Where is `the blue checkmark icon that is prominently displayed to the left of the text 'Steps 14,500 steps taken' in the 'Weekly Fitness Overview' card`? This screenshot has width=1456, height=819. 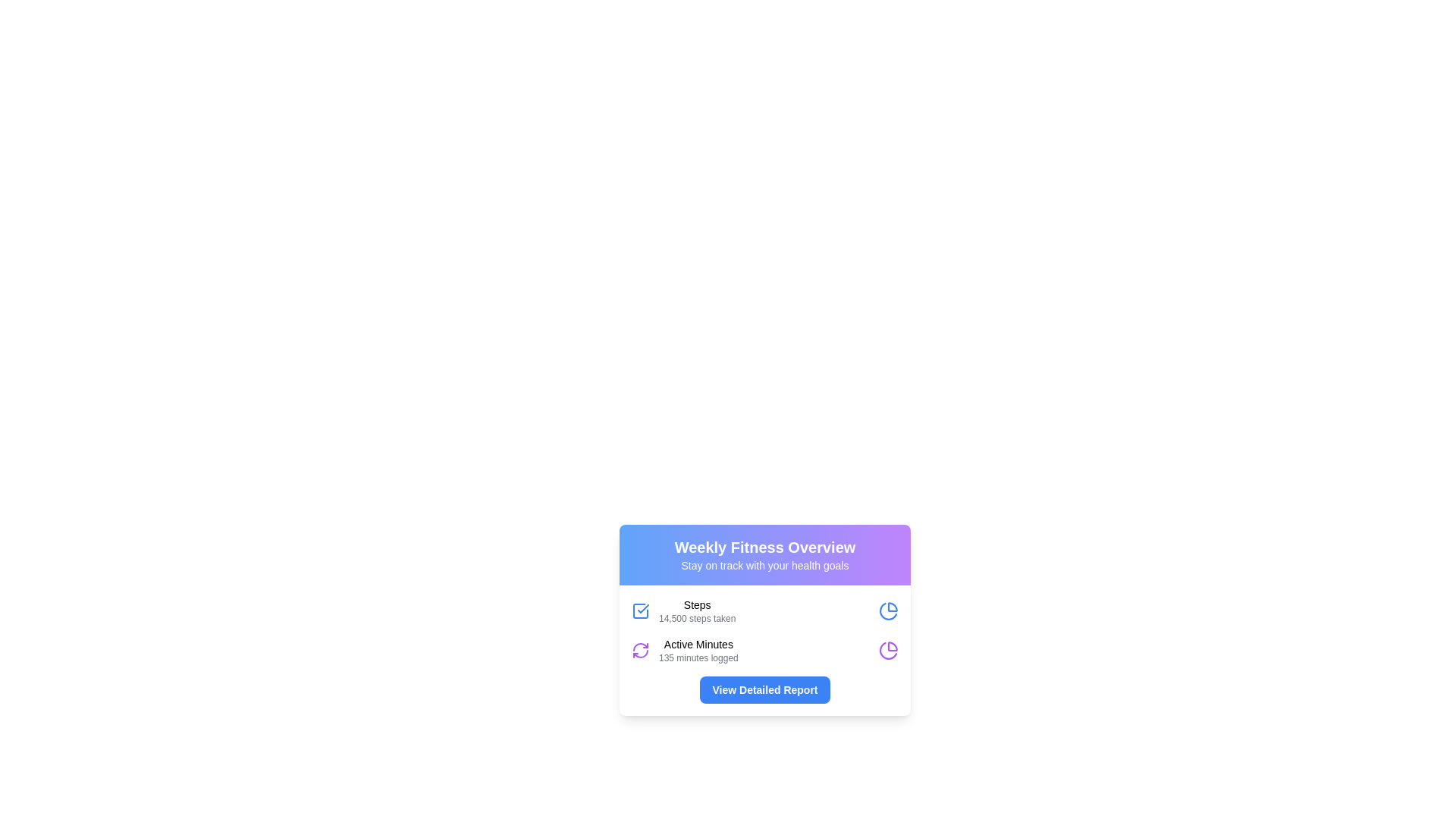
the blue checkmark icon that is prominently displayed to the left of the text 'Steps 14,500 steps taken' in the 'Weekly Fitness Overview' card is located at coordinates (640, 610).